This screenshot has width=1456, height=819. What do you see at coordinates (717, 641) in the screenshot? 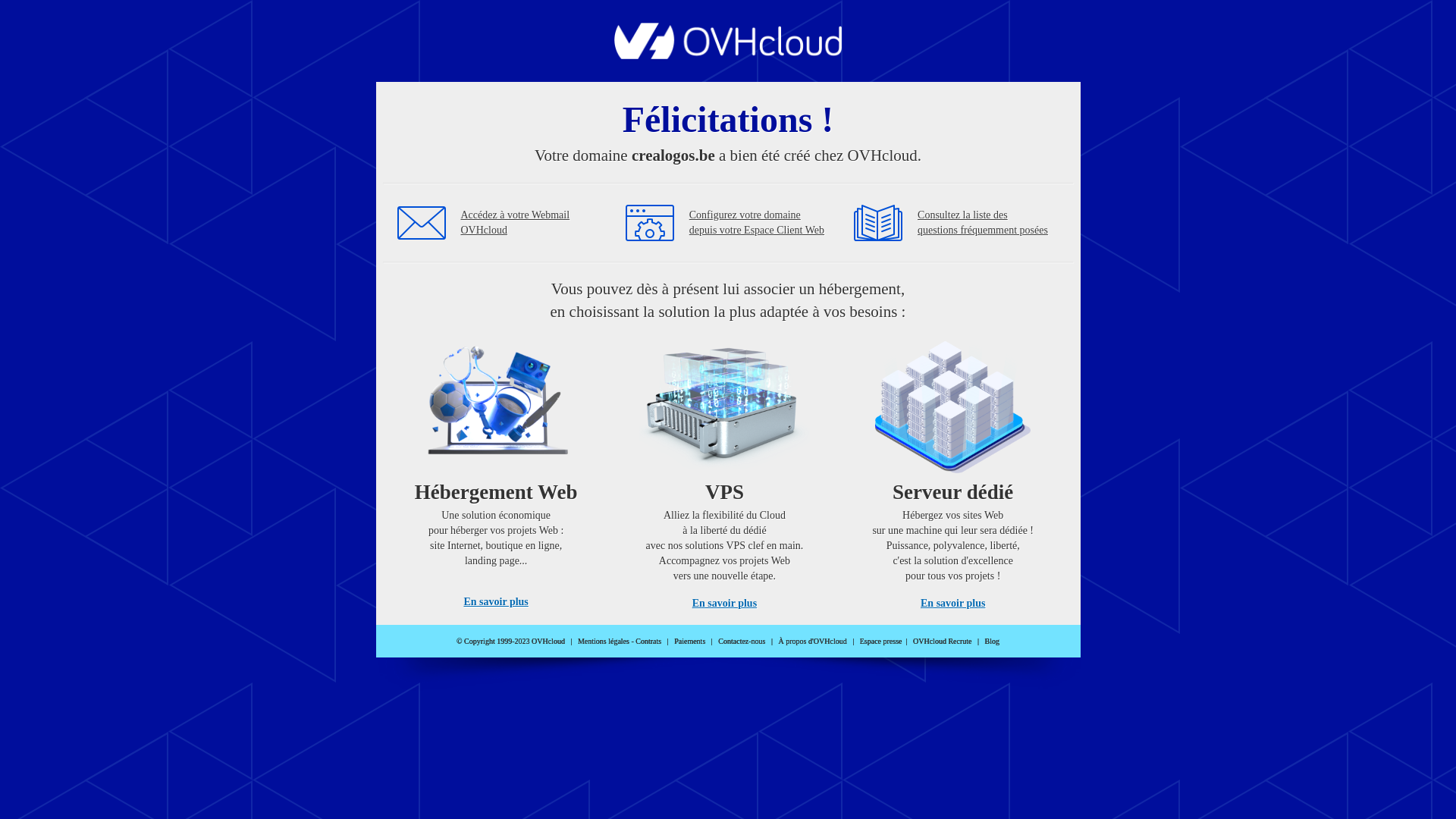
I see `'Contactez-nous'` at bounding box center [717, 641].